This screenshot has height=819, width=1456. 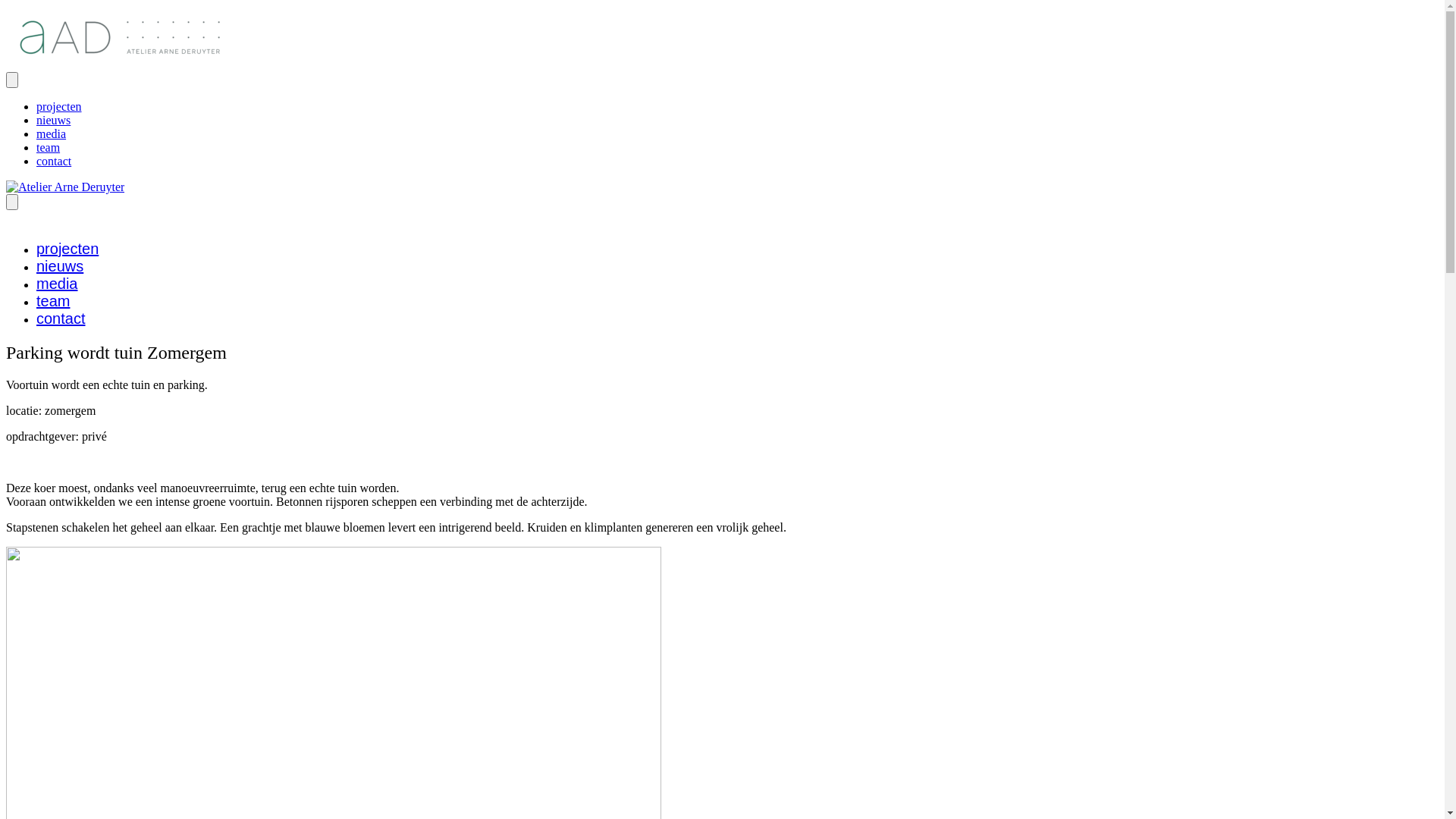 What do you see at coordinates (53, 301) in the screenshot?
I see `'team'` at bounding box center [53, 301].